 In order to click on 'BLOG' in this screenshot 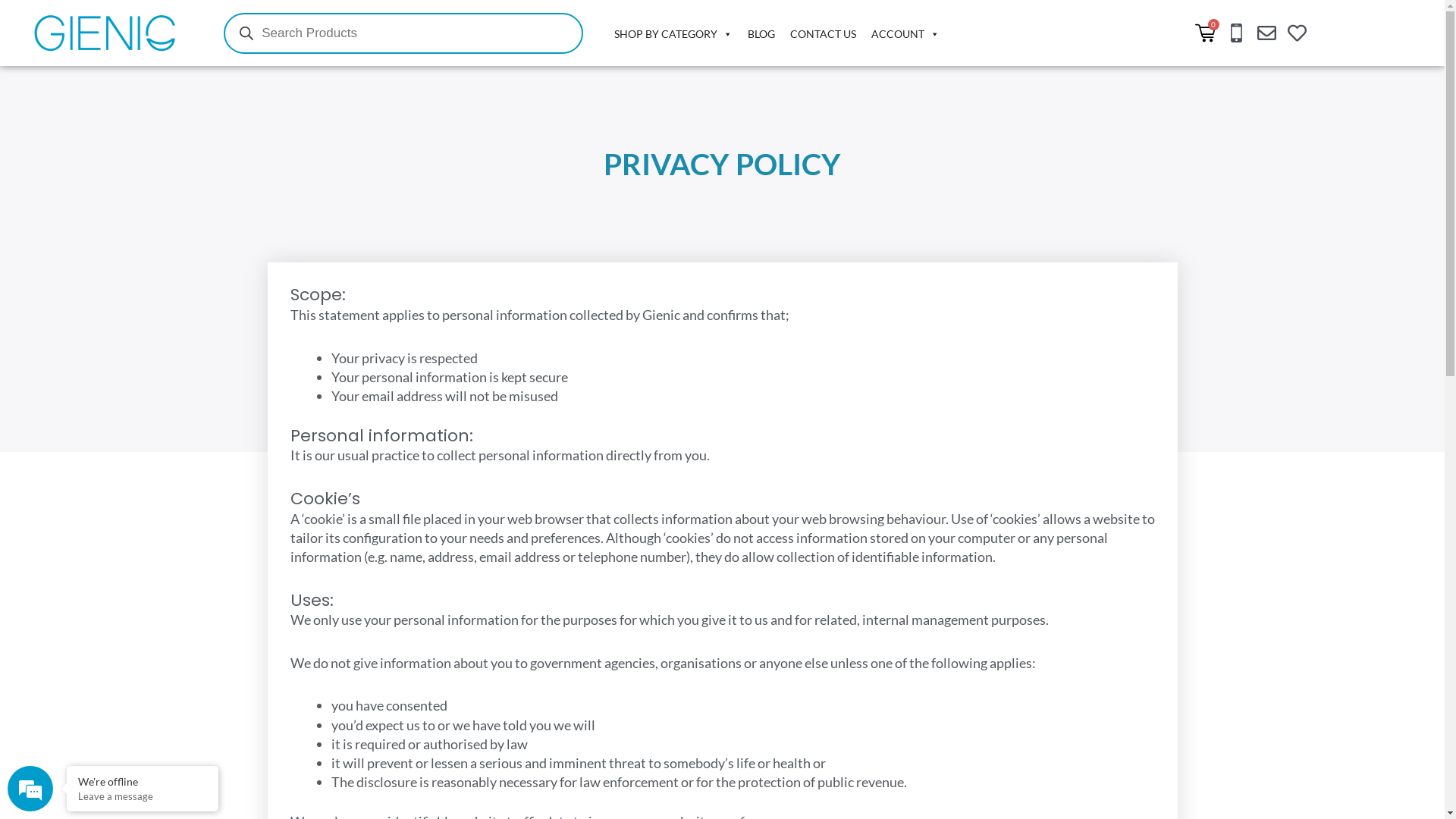, I will do `click(761, 34)`.